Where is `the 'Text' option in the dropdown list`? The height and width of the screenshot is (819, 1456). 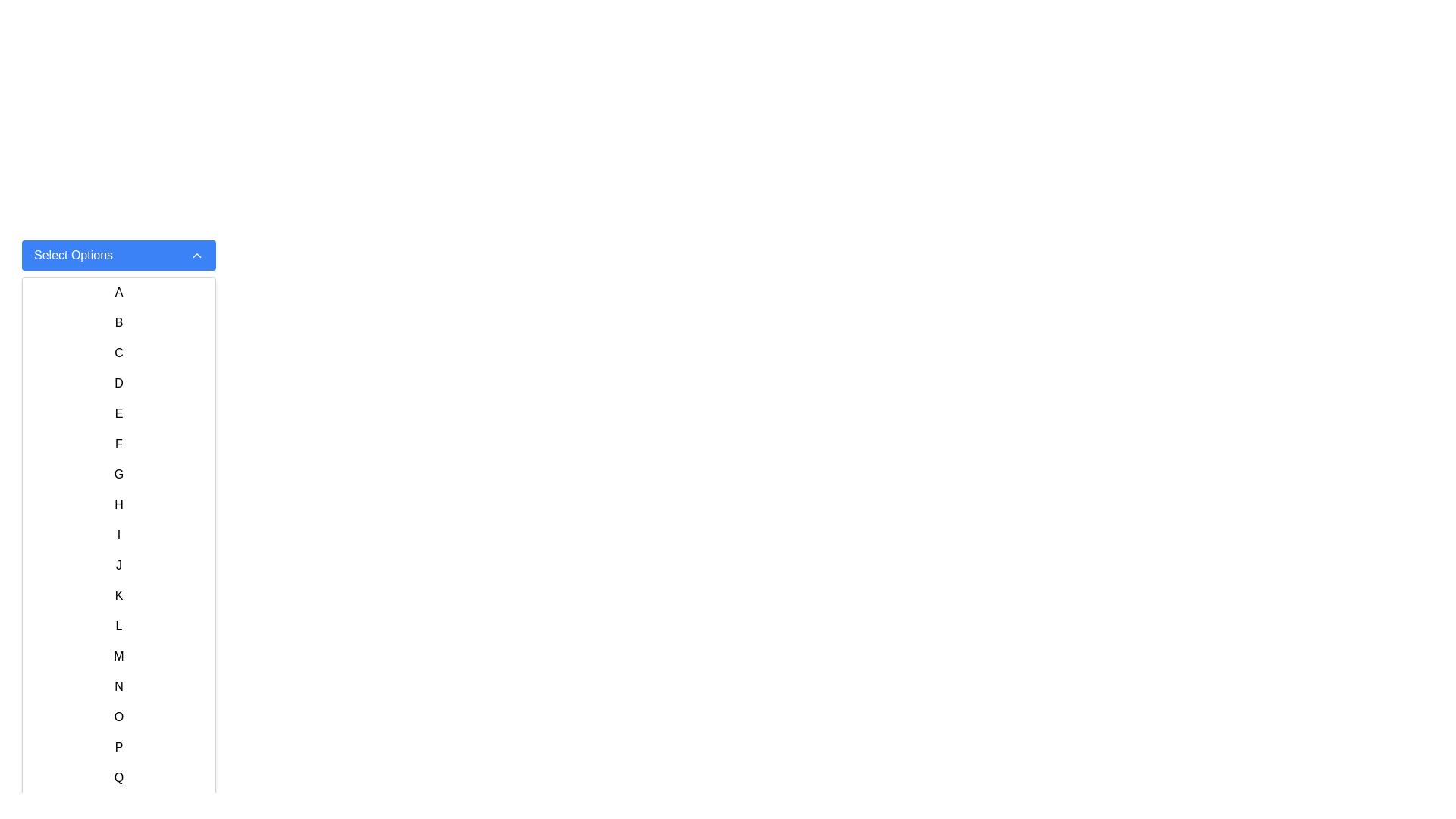 the 'Text' option in the dropdown list is located at coordinates (118, 322).